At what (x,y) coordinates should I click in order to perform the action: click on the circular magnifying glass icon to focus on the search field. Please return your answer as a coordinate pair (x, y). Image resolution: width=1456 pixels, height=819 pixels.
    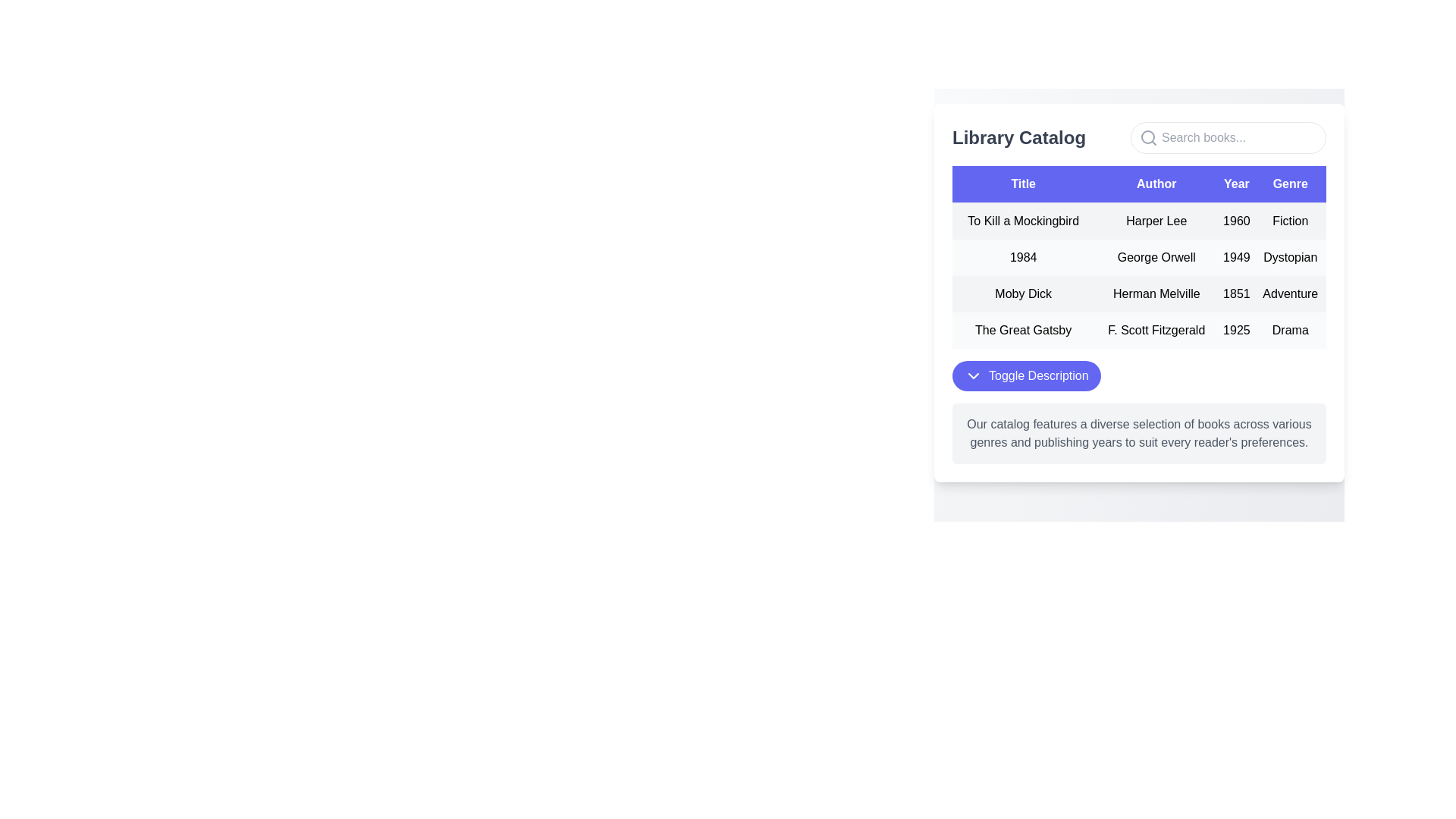
    Looking at the image, I should click on (1149, 137).